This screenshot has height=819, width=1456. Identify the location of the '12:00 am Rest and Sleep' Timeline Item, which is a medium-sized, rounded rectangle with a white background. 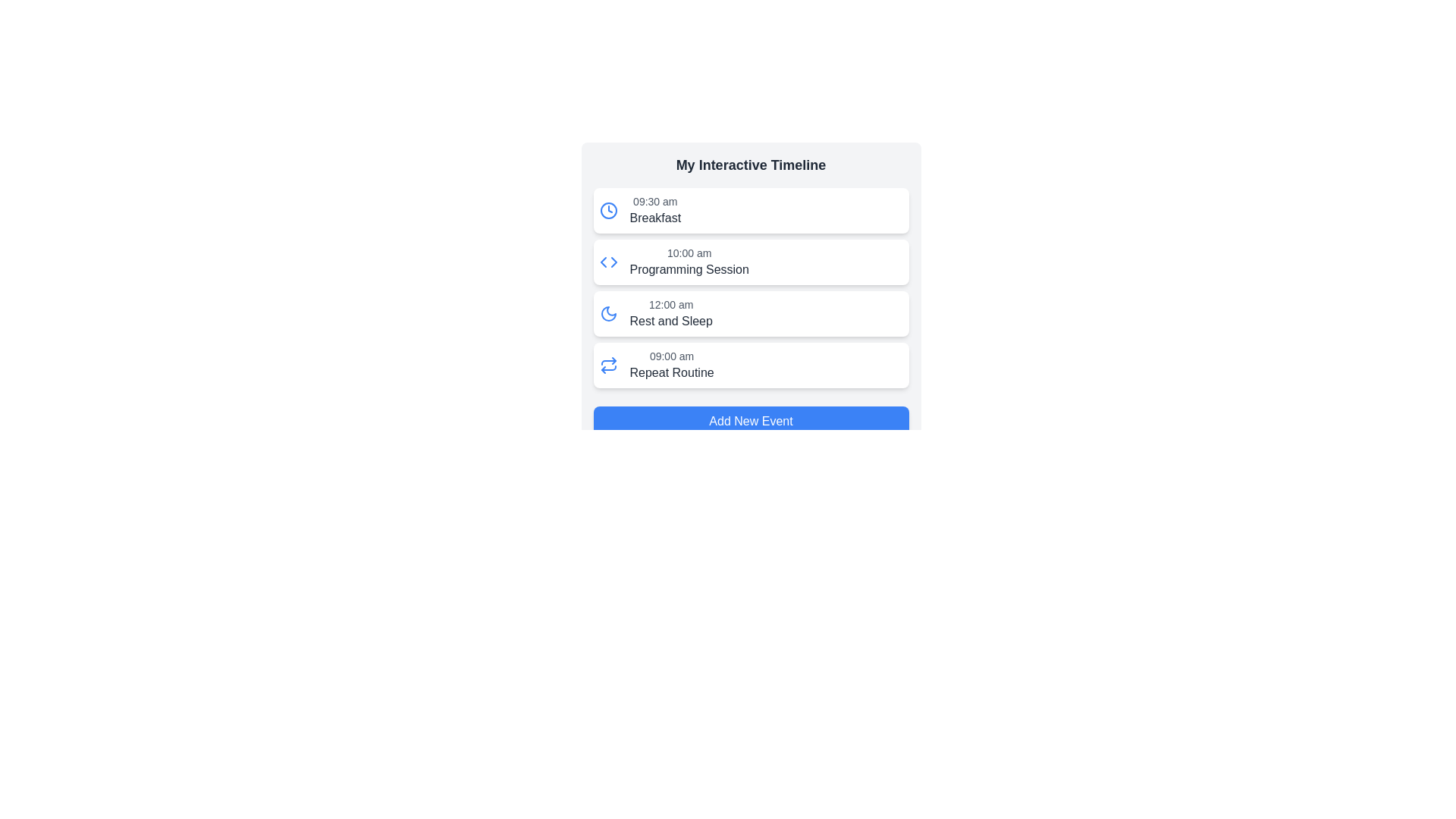
(751, 295).